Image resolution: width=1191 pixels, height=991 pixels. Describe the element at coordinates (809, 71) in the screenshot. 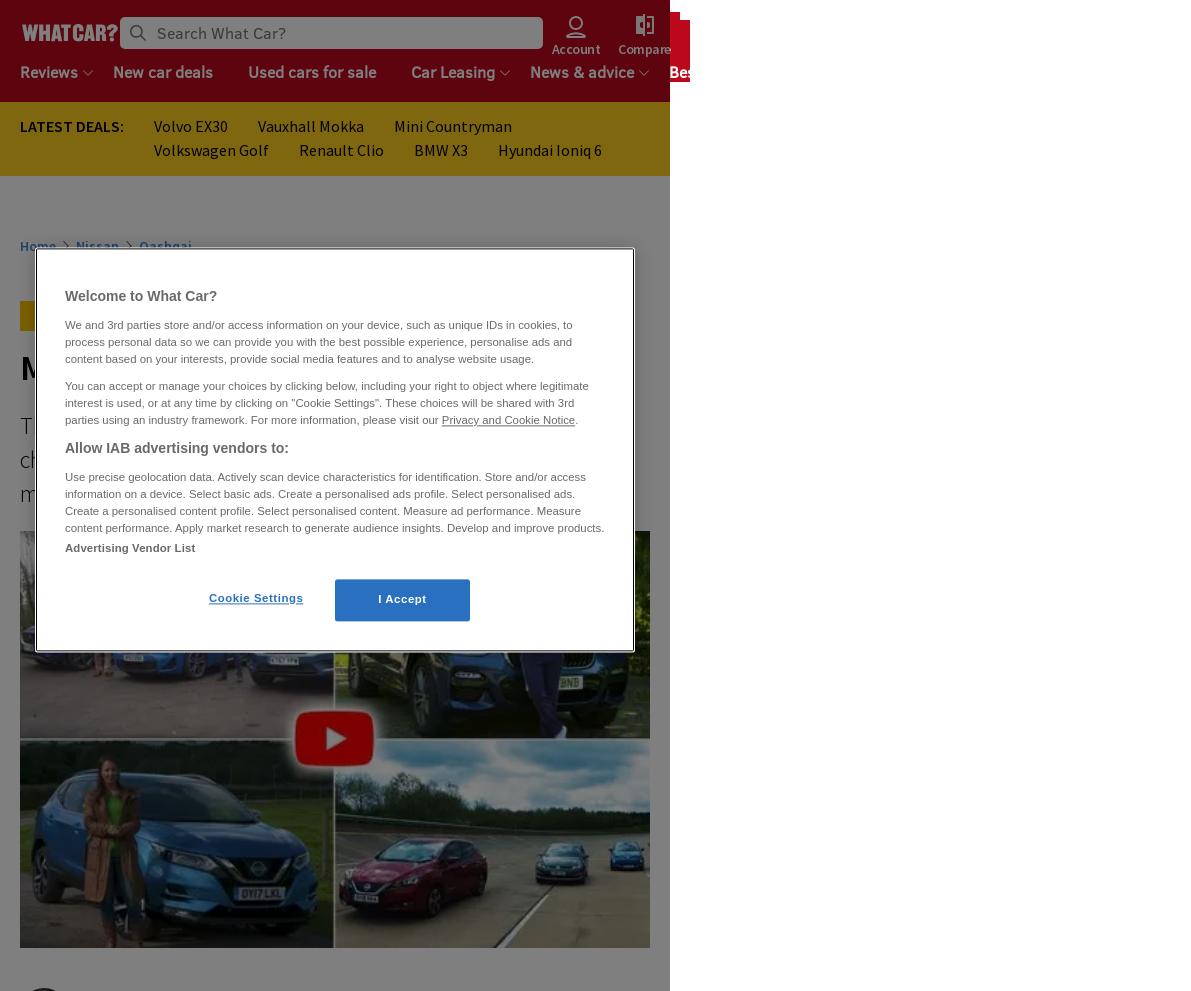

I see `'Tools & services'` at that location.